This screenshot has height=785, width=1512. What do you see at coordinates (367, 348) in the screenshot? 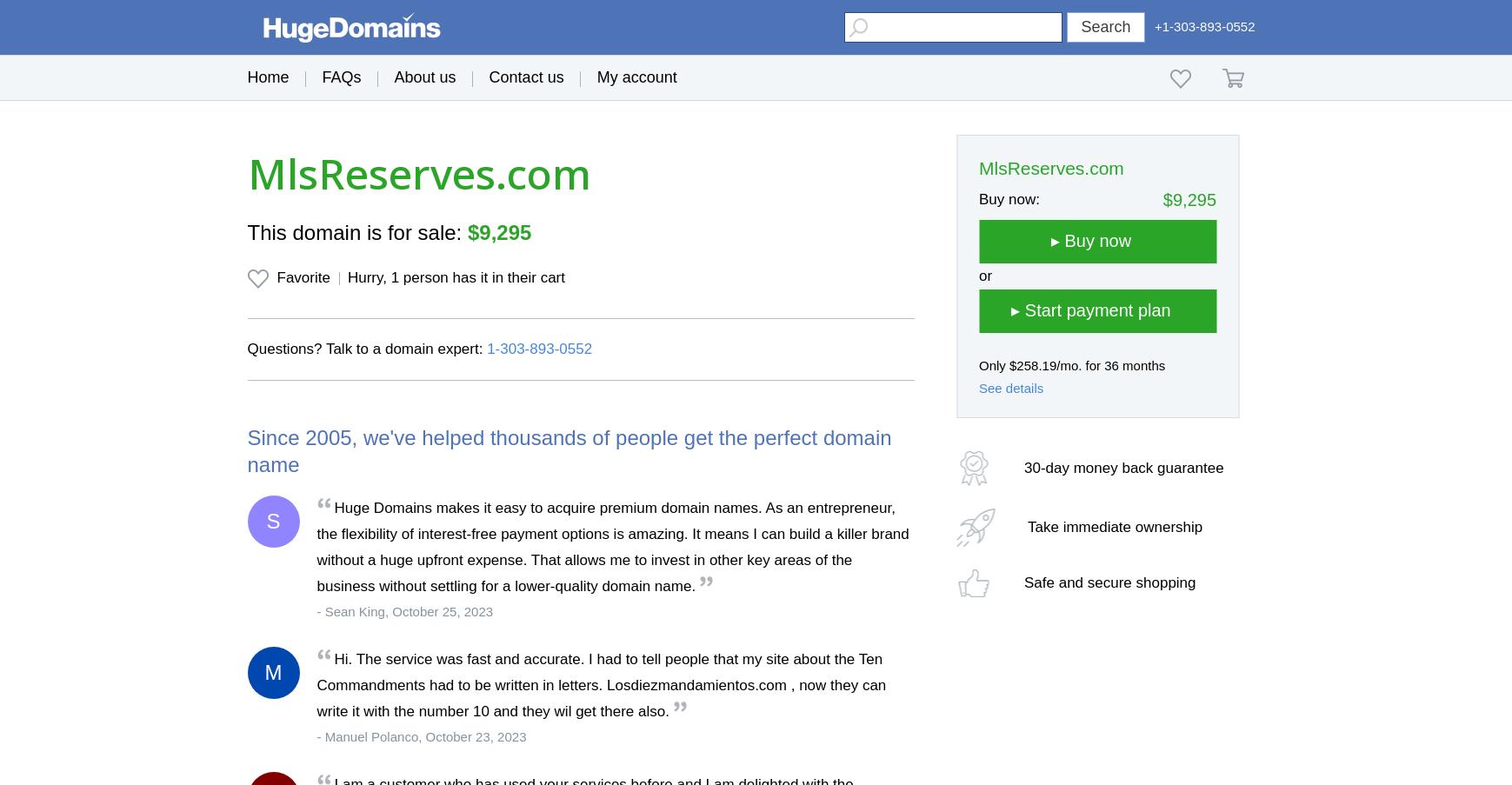
I see `'Questions? Talk to a domain expert:'` at bounding box center [367, 348].